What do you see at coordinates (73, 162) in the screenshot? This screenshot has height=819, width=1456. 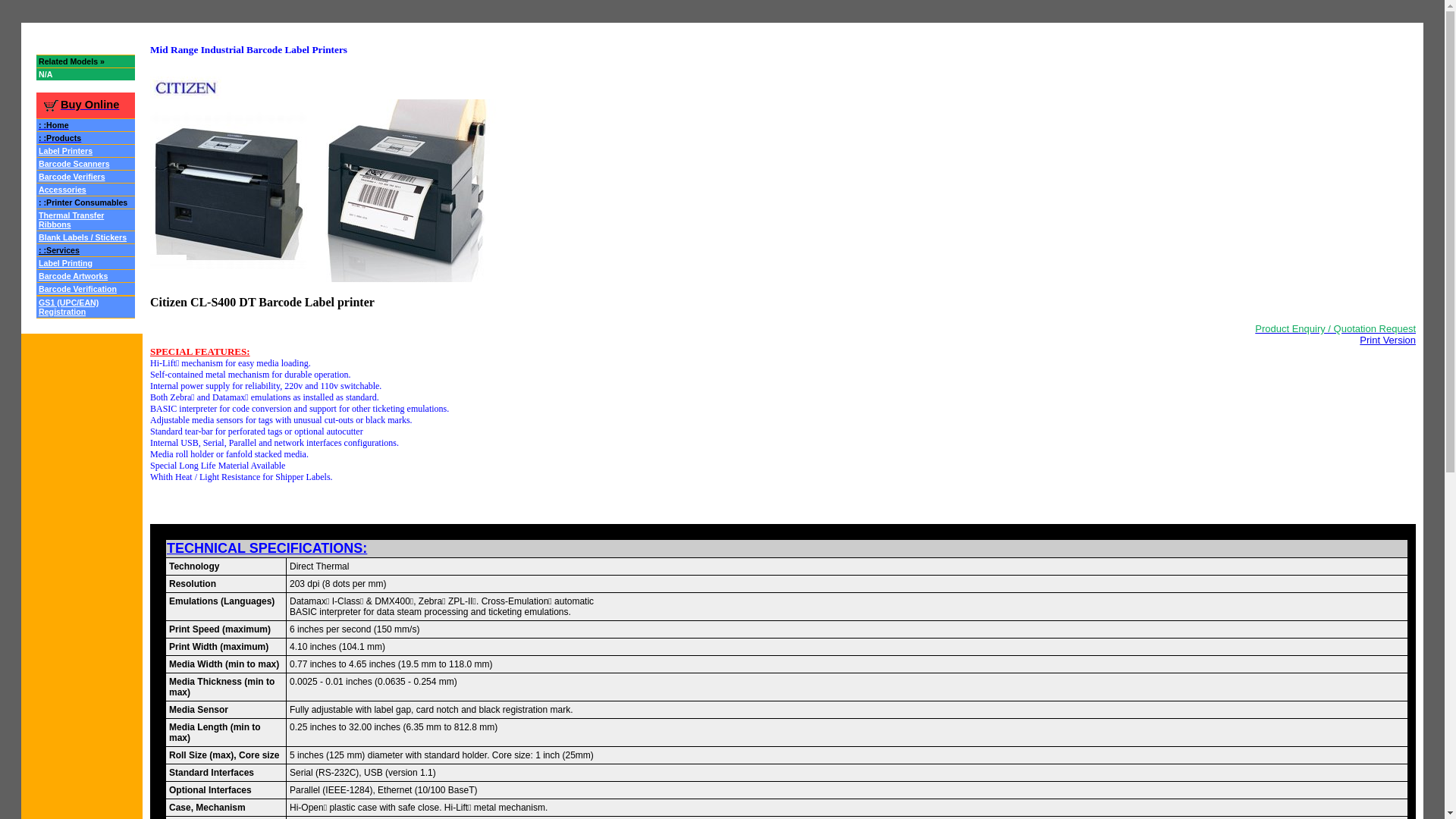 I see `'Barcode Scanners'` at bounding box center [73, 162].